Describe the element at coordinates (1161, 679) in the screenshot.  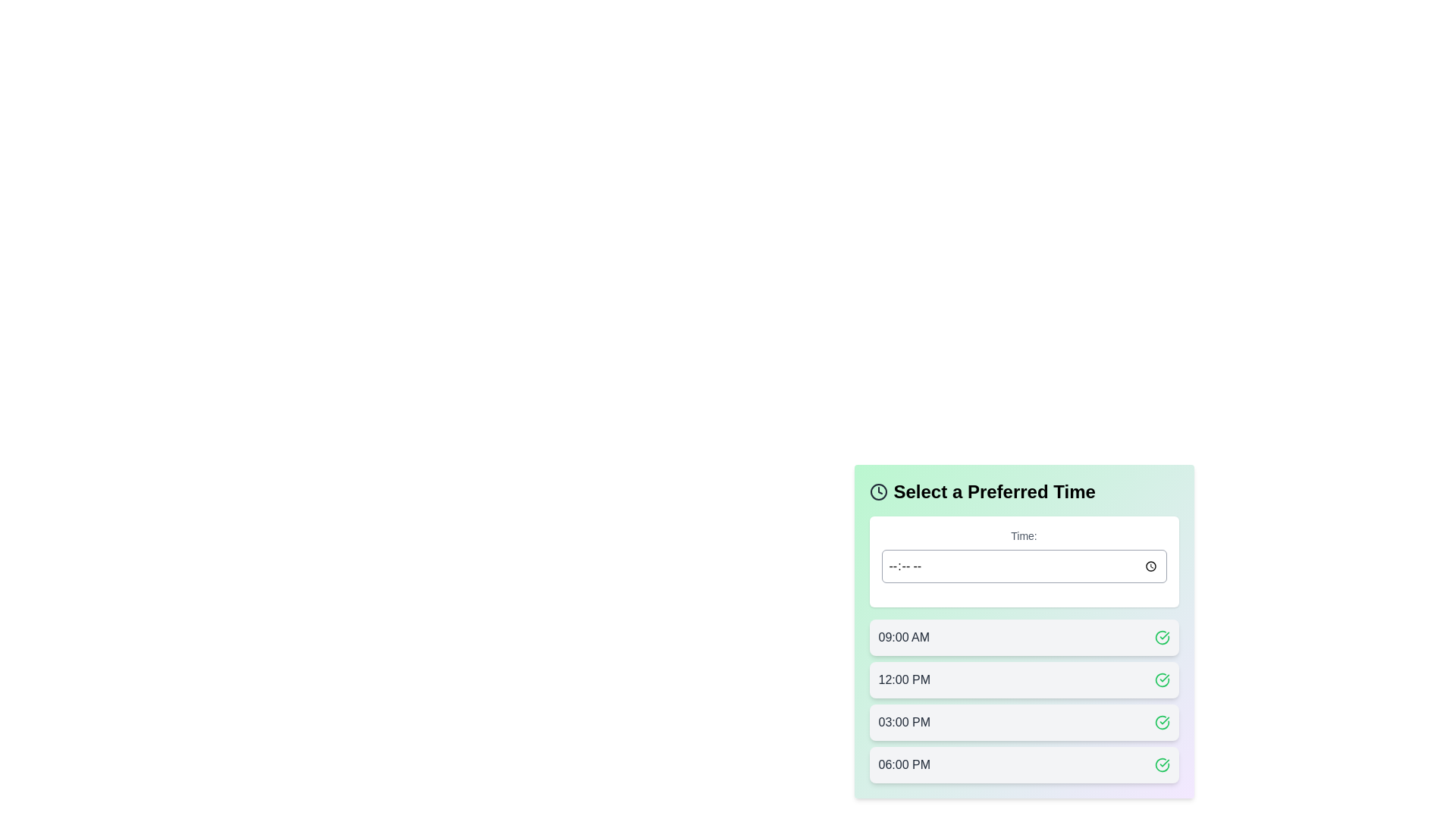
I see `the status icon located at the right side of the row labeled '12:00 PM'` at that location.